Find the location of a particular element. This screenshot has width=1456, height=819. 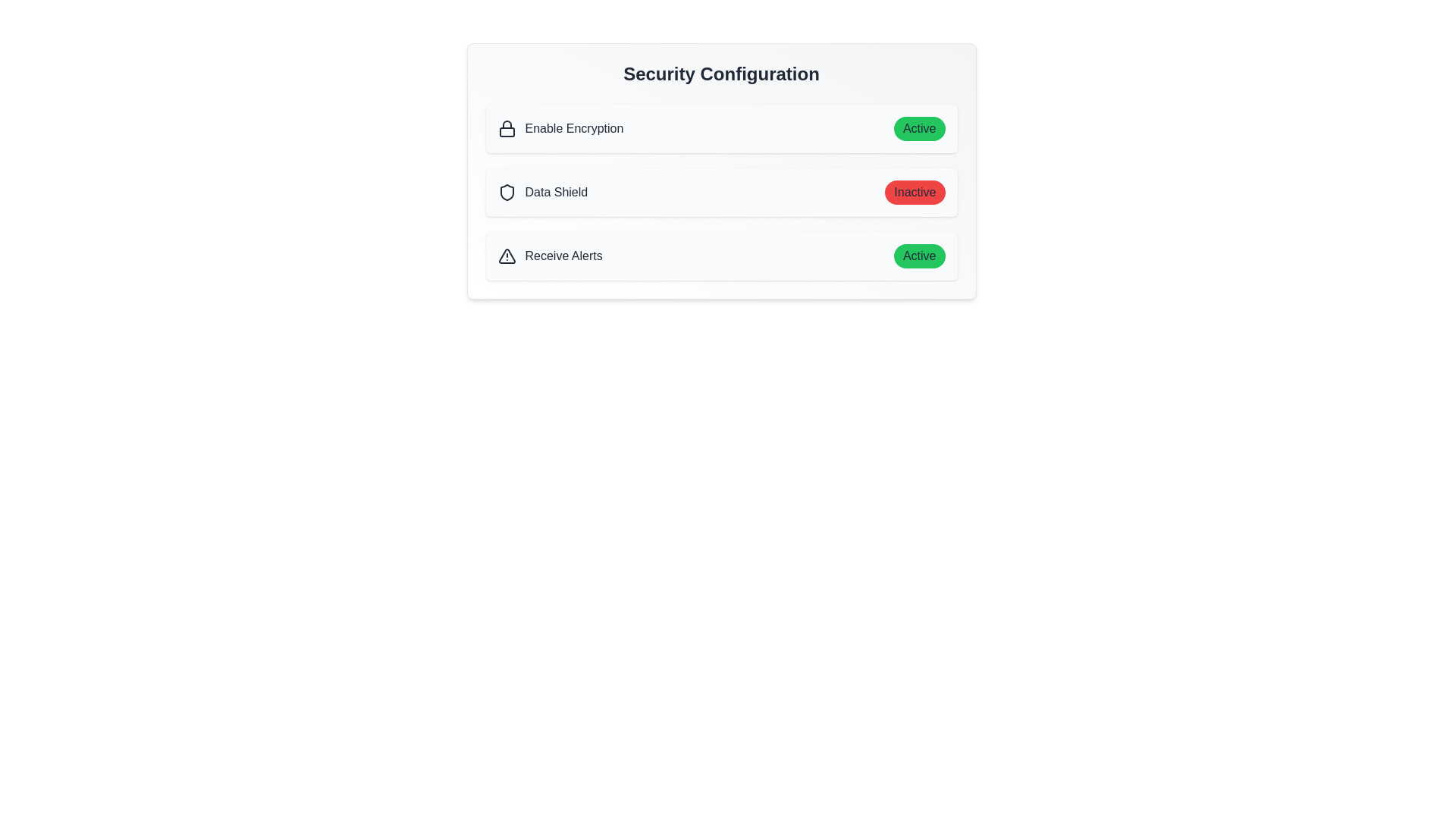

the green, pill-shaped button labeled 'Active' is located at coordinates (918, 127).